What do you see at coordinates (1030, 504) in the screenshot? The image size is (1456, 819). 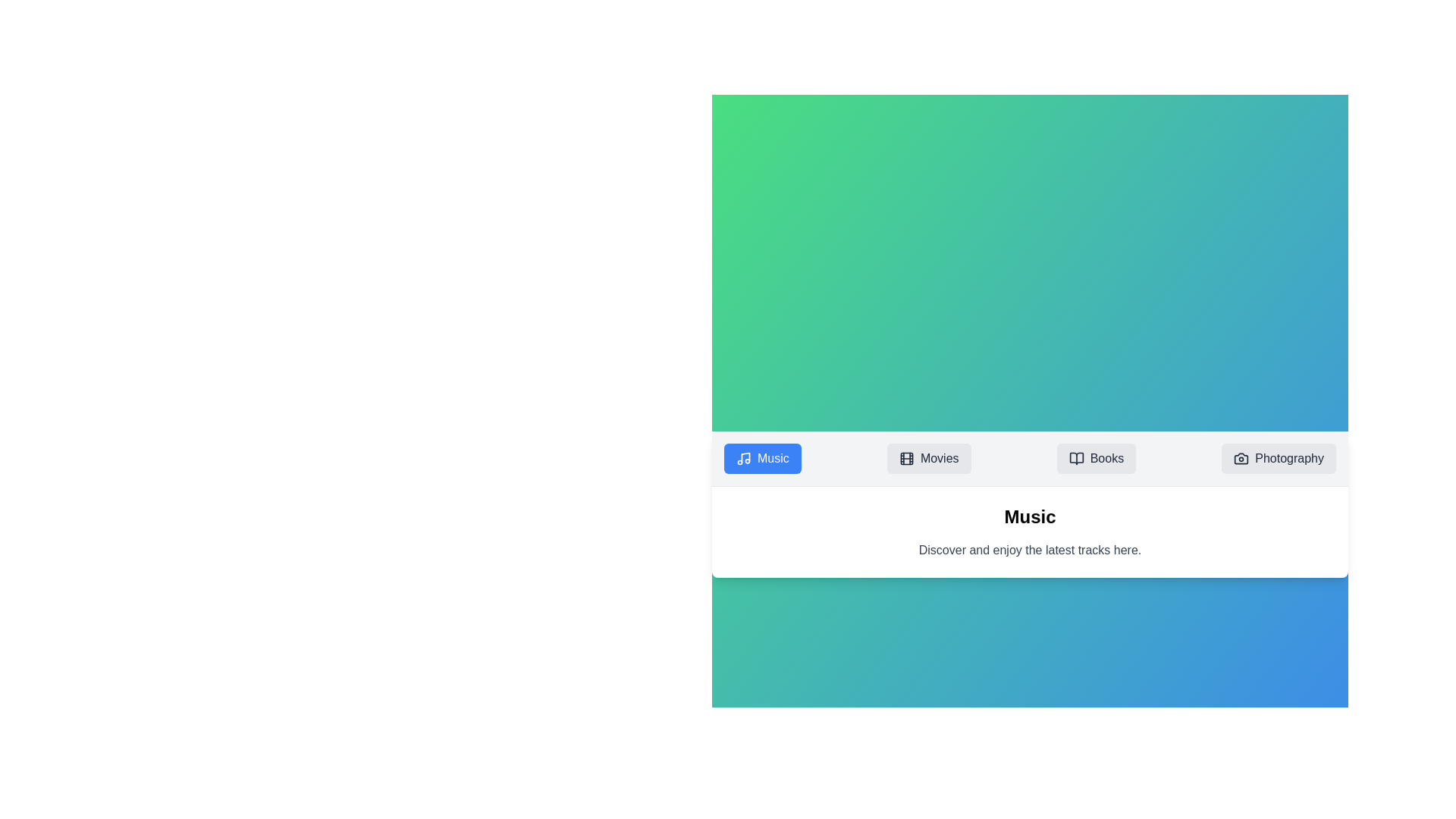 I see `the central content block that presents categorized options (Music, Movies, Books, Photography) and detailed content regarding 'Music' in its lower portion` at bounding box center [1030, 504].